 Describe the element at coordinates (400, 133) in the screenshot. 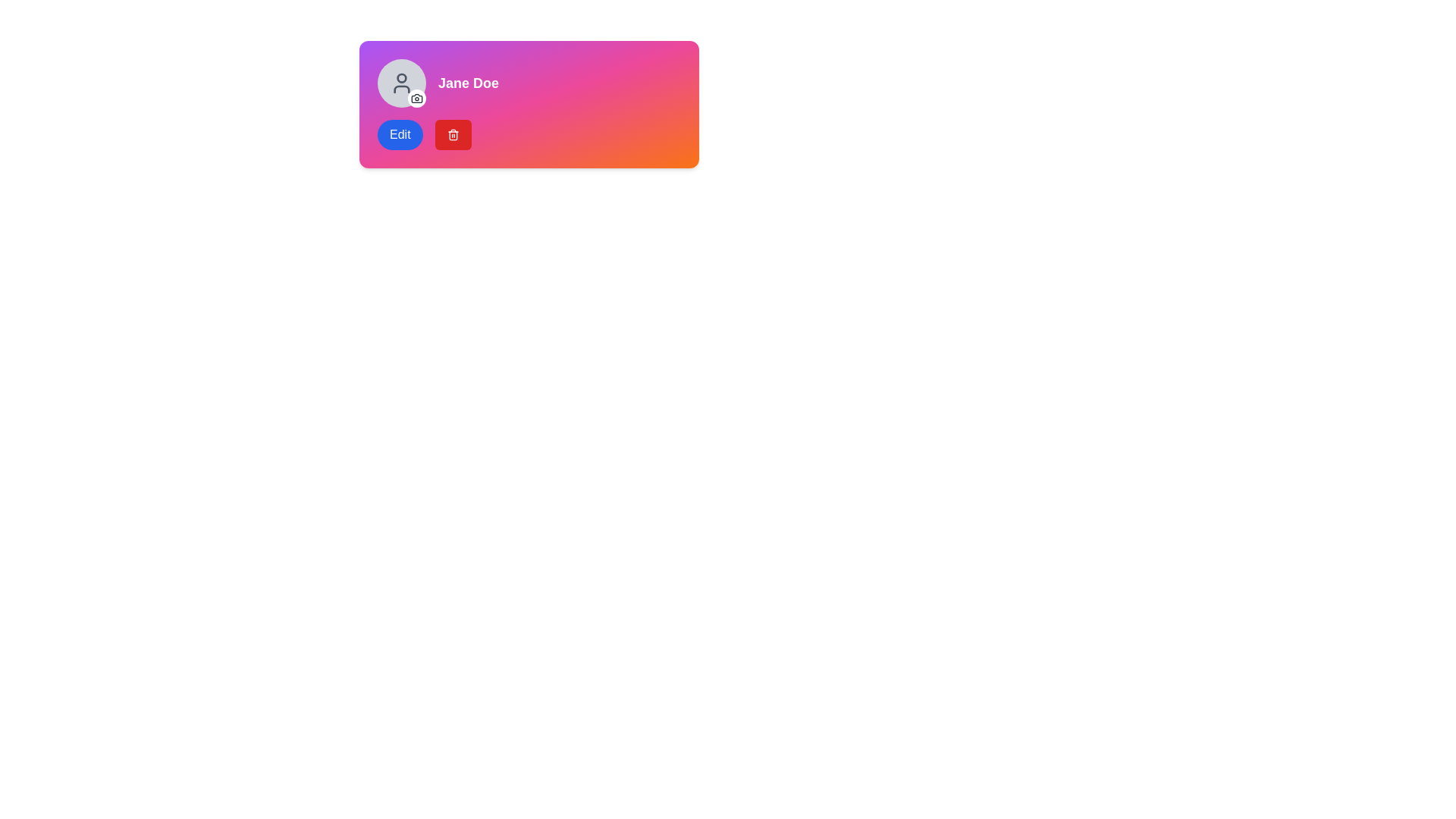

I see `the 'Edit' button` at that location.